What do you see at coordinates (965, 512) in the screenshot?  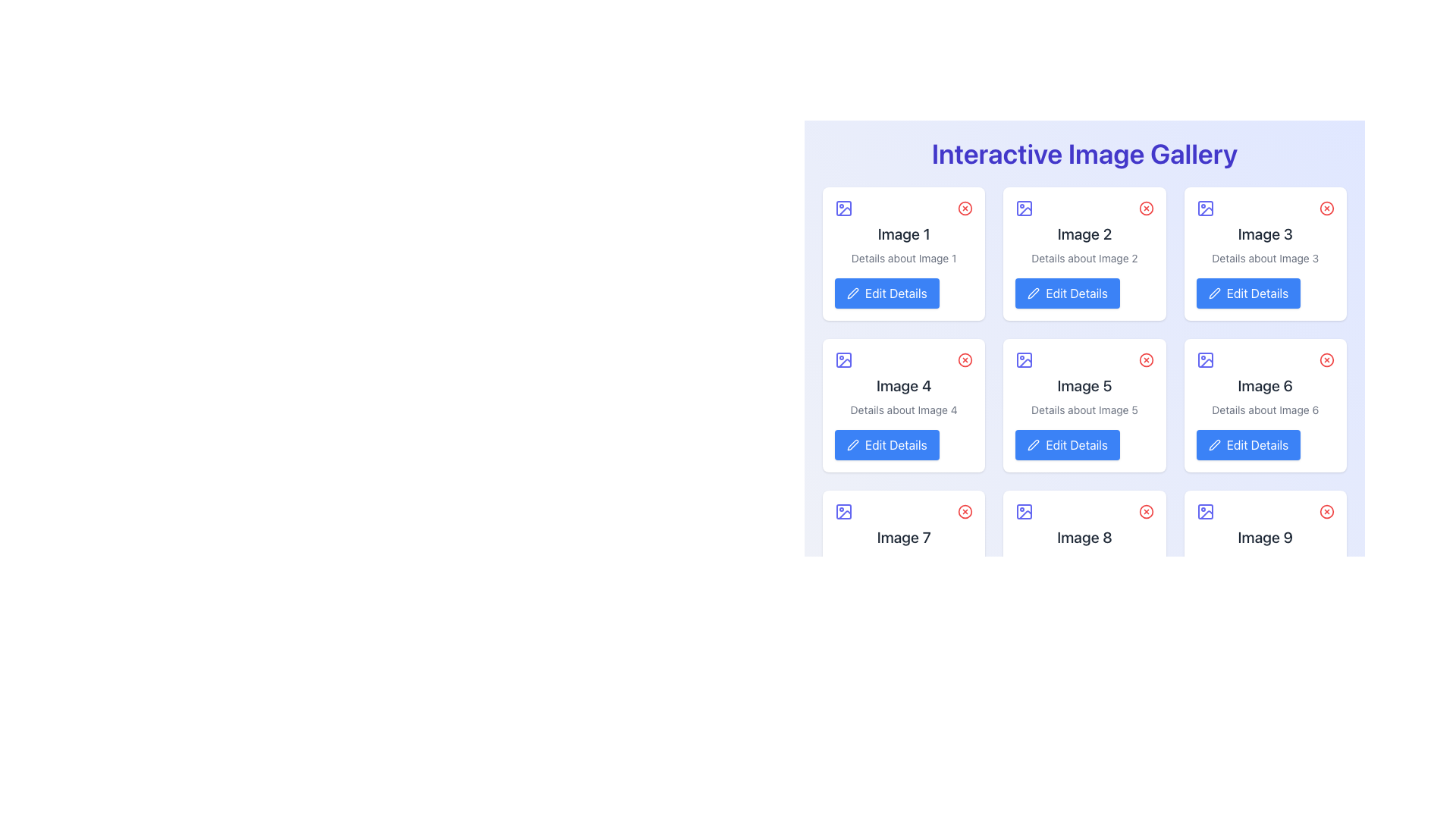 I see `the circular button with a red border and a red 'x' icon located at the top-right corner of the 'Image 7' card in the bottom row of the grid layout` at bounding box center [965, 512].